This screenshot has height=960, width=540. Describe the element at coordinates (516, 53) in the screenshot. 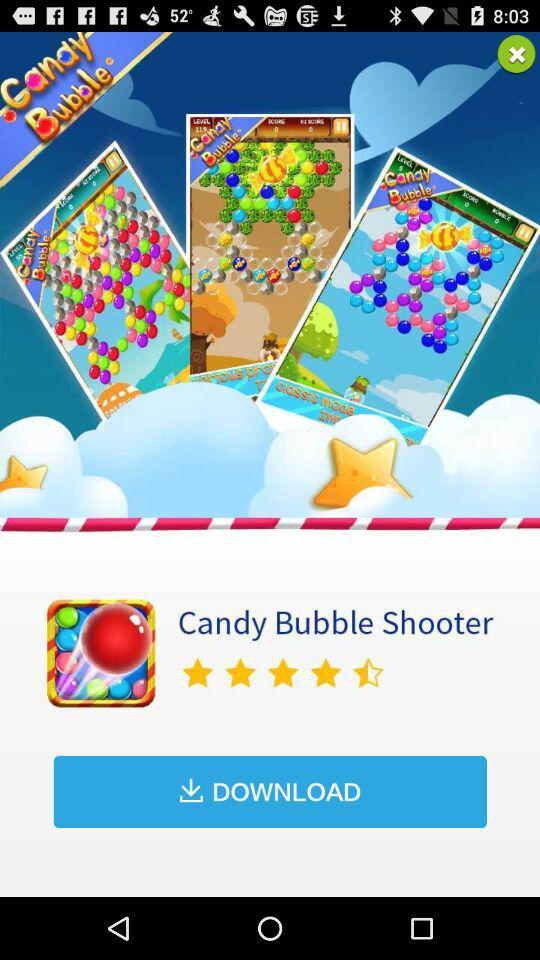

I see `advertisement` at that location.